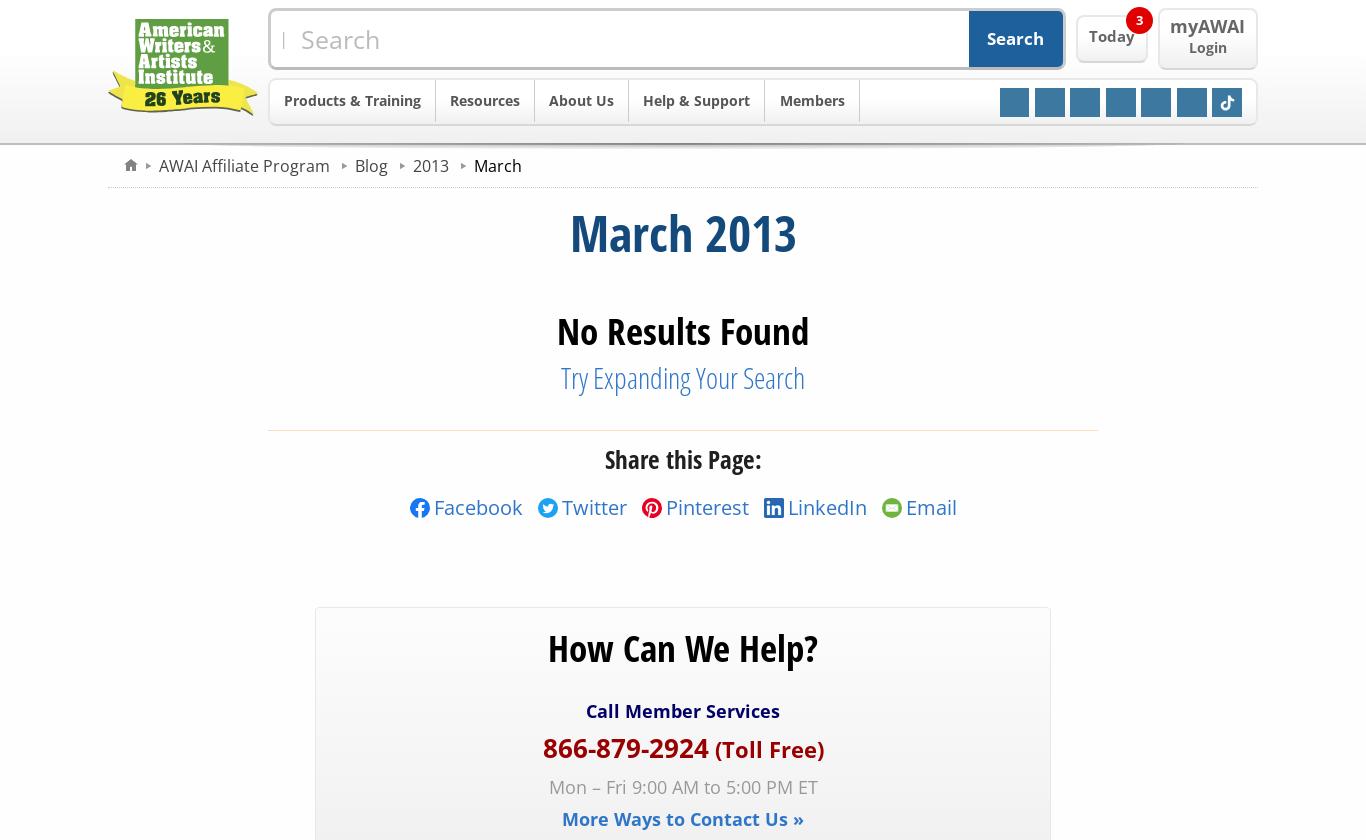 The image size is (1366, 840). Describe the element at coordinates (245, 164) in the screenshot. I see `'AWAI Affiliate Program'` at that location.